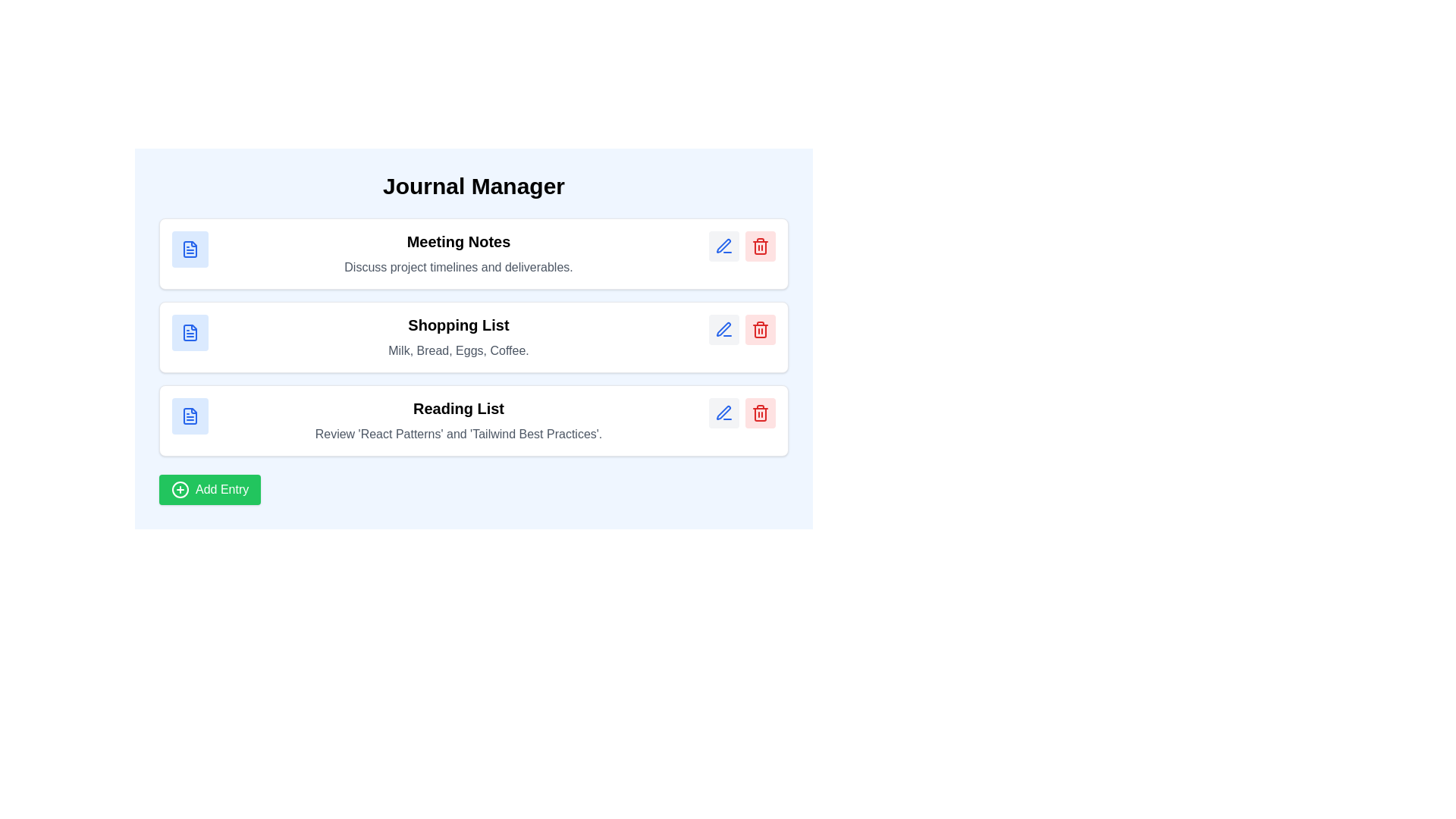  What do you see at coordinates (761, 329) in the screenshot?
I see `the red button with a trash can icon` at bounding box center [761, 329].